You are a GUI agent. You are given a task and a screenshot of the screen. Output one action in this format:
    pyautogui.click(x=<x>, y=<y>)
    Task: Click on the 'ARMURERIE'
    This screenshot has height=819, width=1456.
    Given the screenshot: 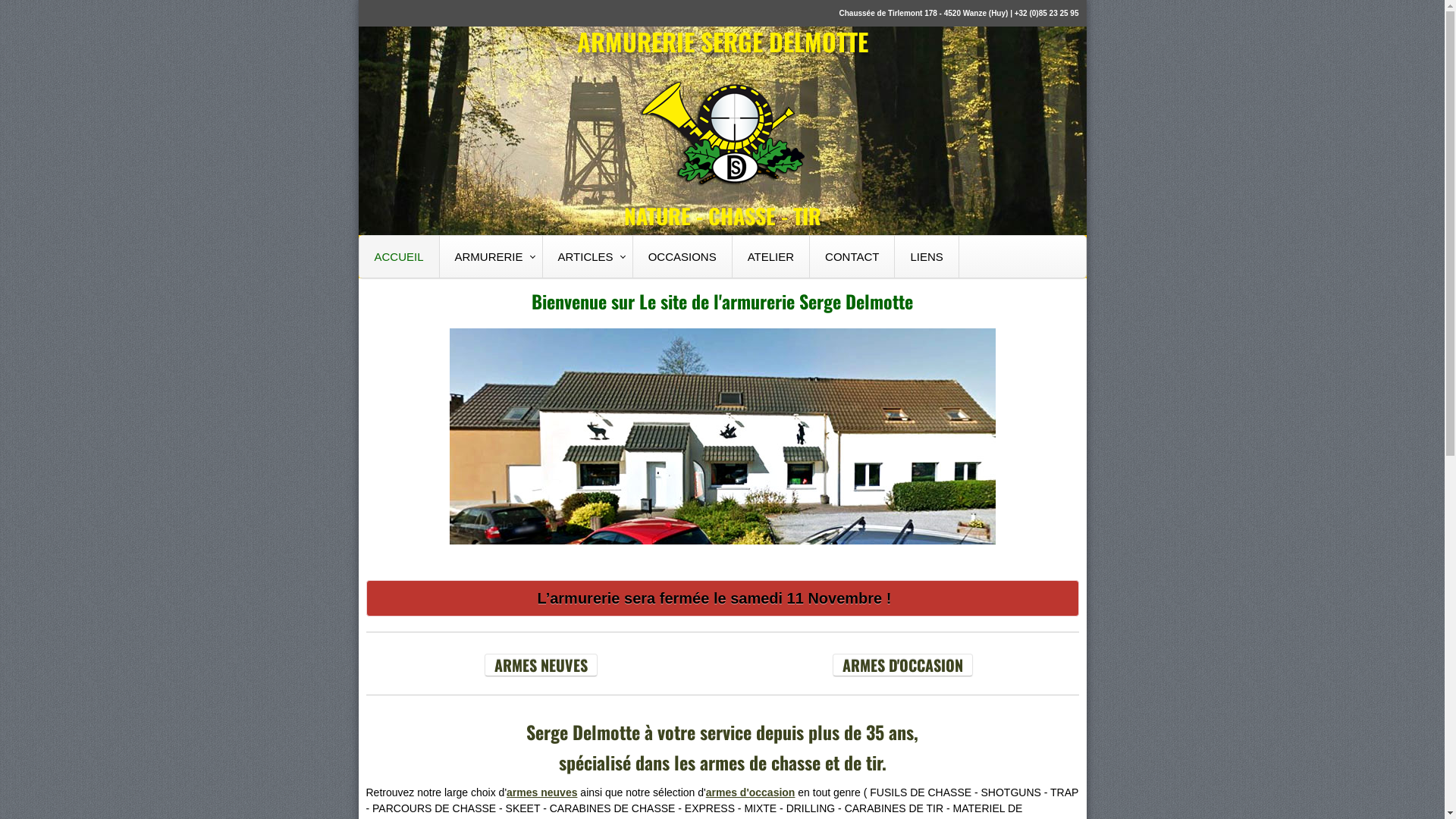 What is the action you would take?
    pyautogui.click(x=491, y=256)
    